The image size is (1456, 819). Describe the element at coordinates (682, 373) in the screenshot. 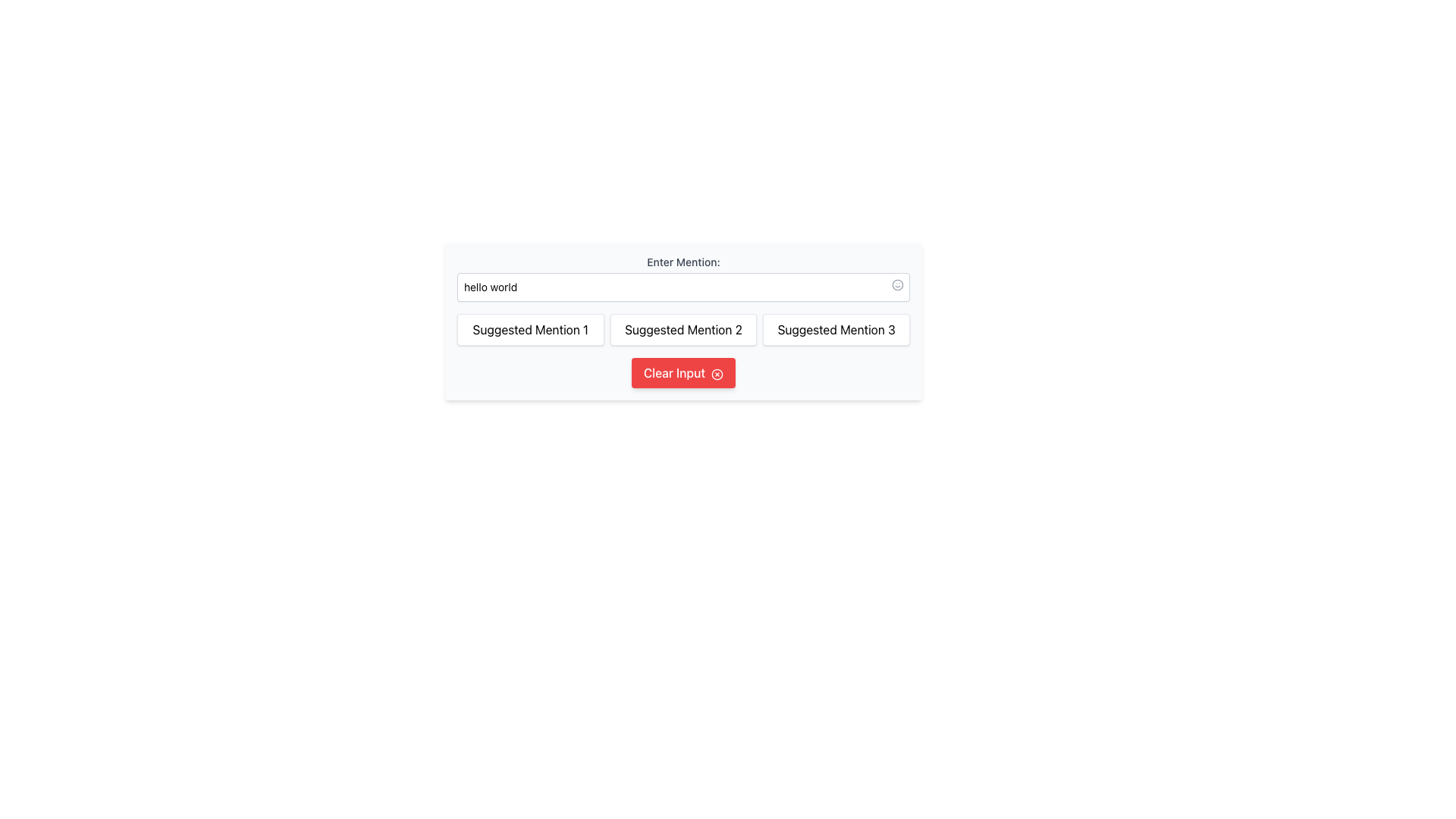

I see `the rectangular button with a red background and white text reading 'Clear Input', which is located at the bottom of a form section and shows hover effects` at that location.